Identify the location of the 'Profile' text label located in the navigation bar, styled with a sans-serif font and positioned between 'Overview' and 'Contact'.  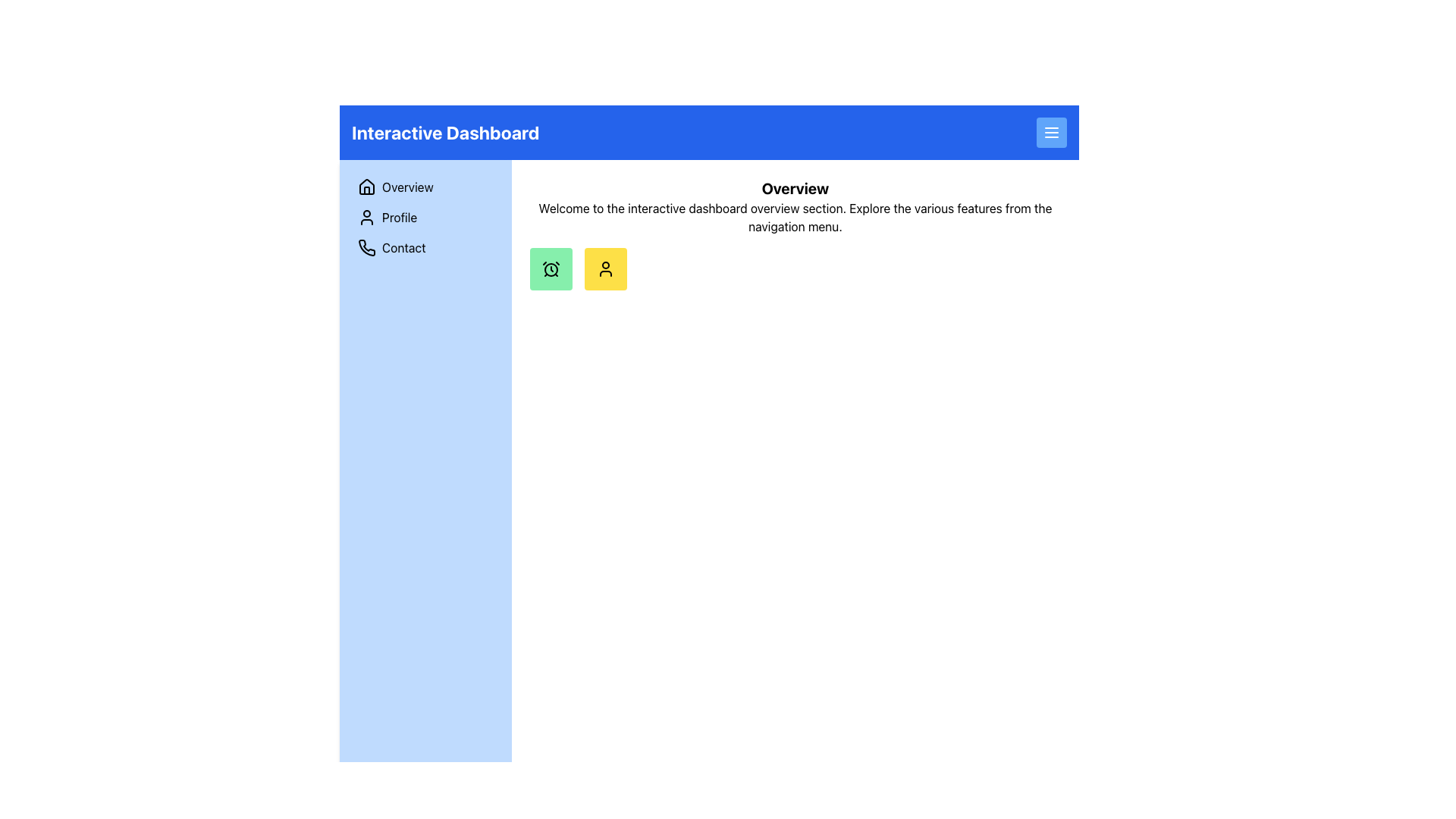
(400, 217).